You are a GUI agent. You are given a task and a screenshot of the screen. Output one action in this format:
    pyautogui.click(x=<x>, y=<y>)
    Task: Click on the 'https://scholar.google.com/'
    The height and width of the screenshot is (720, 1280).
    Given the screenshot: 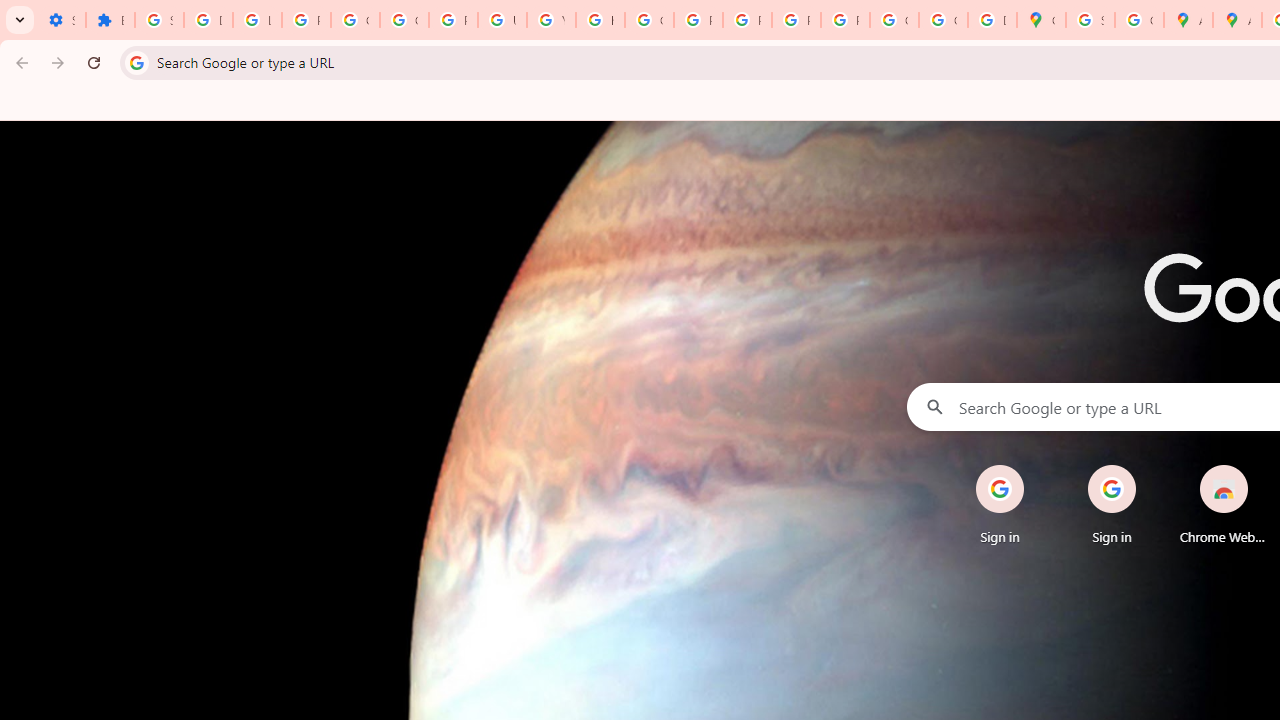 What is the action you would take?
    pyautogui.click(x=599, y=20)
    